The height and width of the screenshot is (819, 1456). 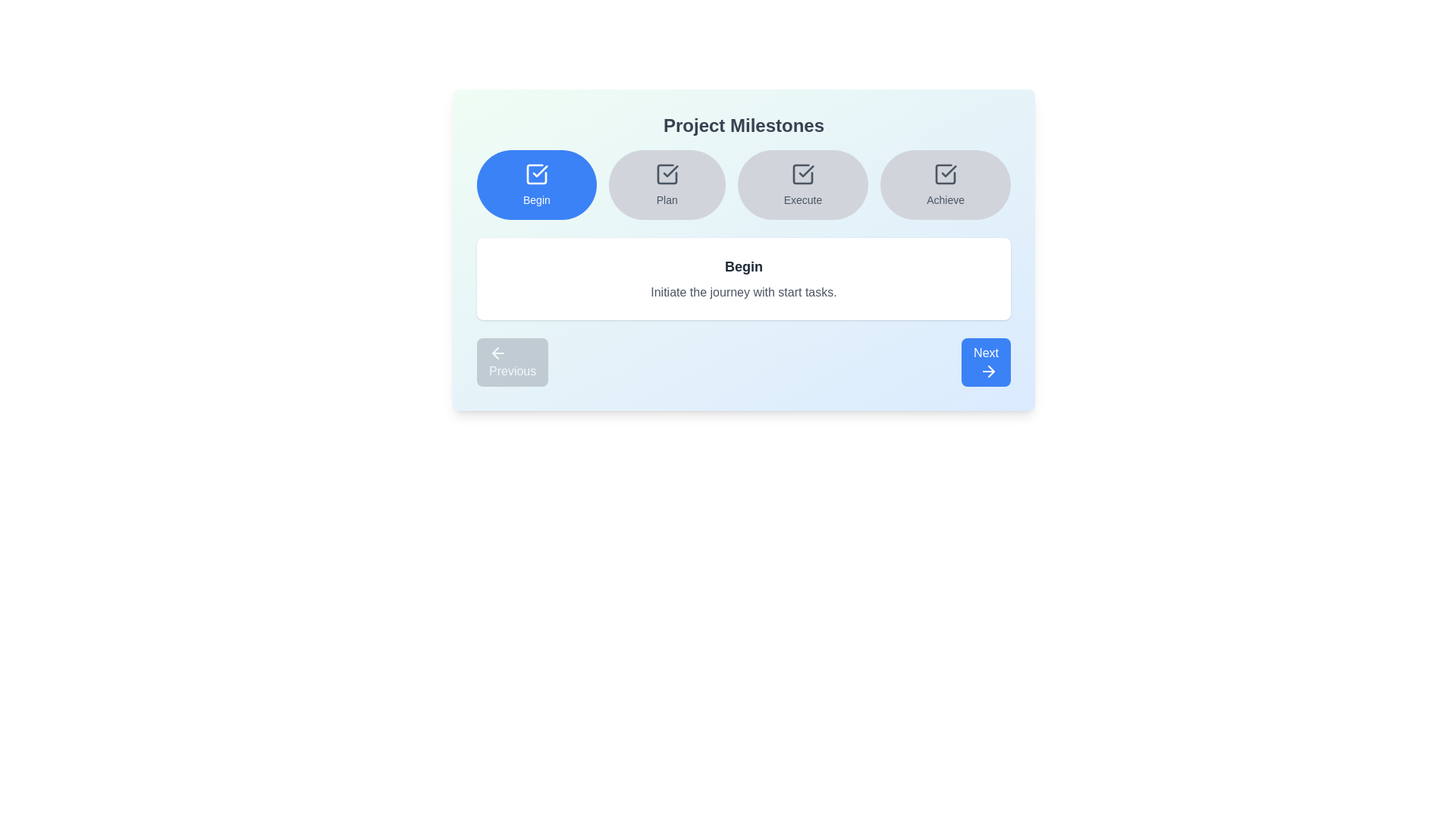 I want to click on the 'Achieve' button which indicates the milestone in the process, located to the right of the 'Execute' button, so click(x=945, y=184).